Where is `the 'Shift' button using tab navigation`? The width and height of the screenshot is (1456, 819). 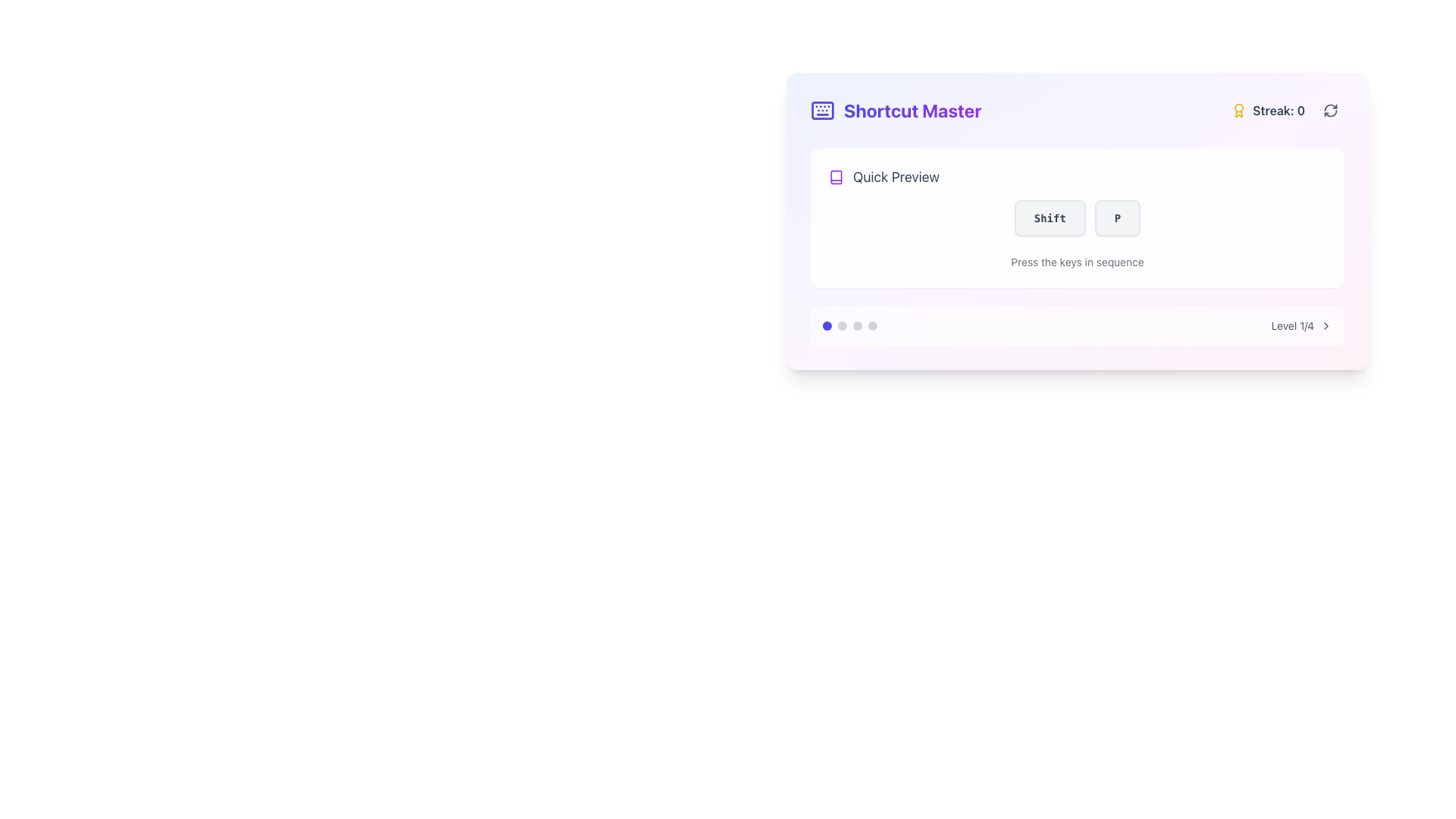 the 'Shift' button using tab navigation is located at coordinates (1049, 218).